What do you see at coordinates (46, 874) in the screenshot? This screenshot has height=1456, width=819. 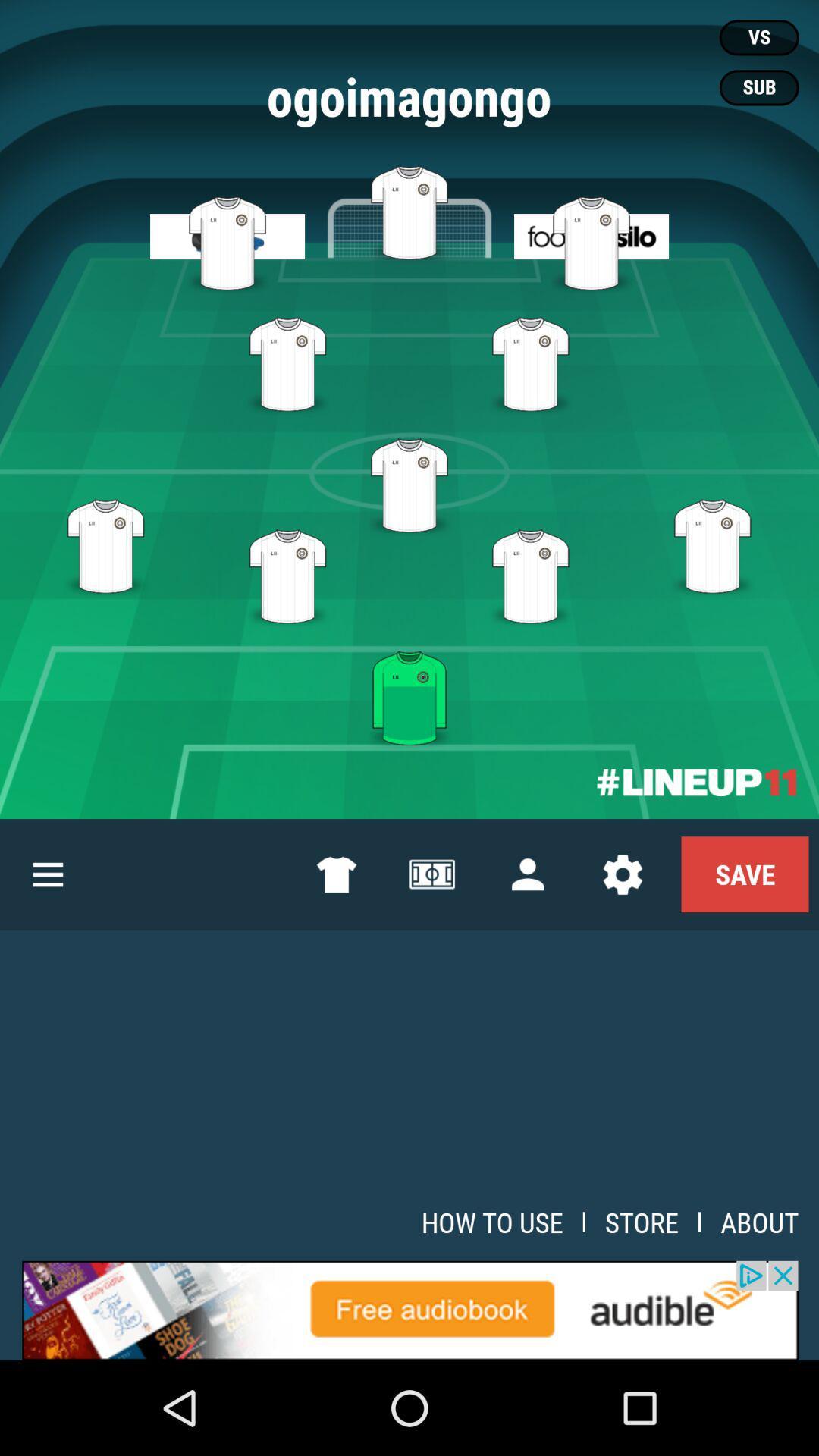 I see `the menu icon` at bounding box center [46, 874].